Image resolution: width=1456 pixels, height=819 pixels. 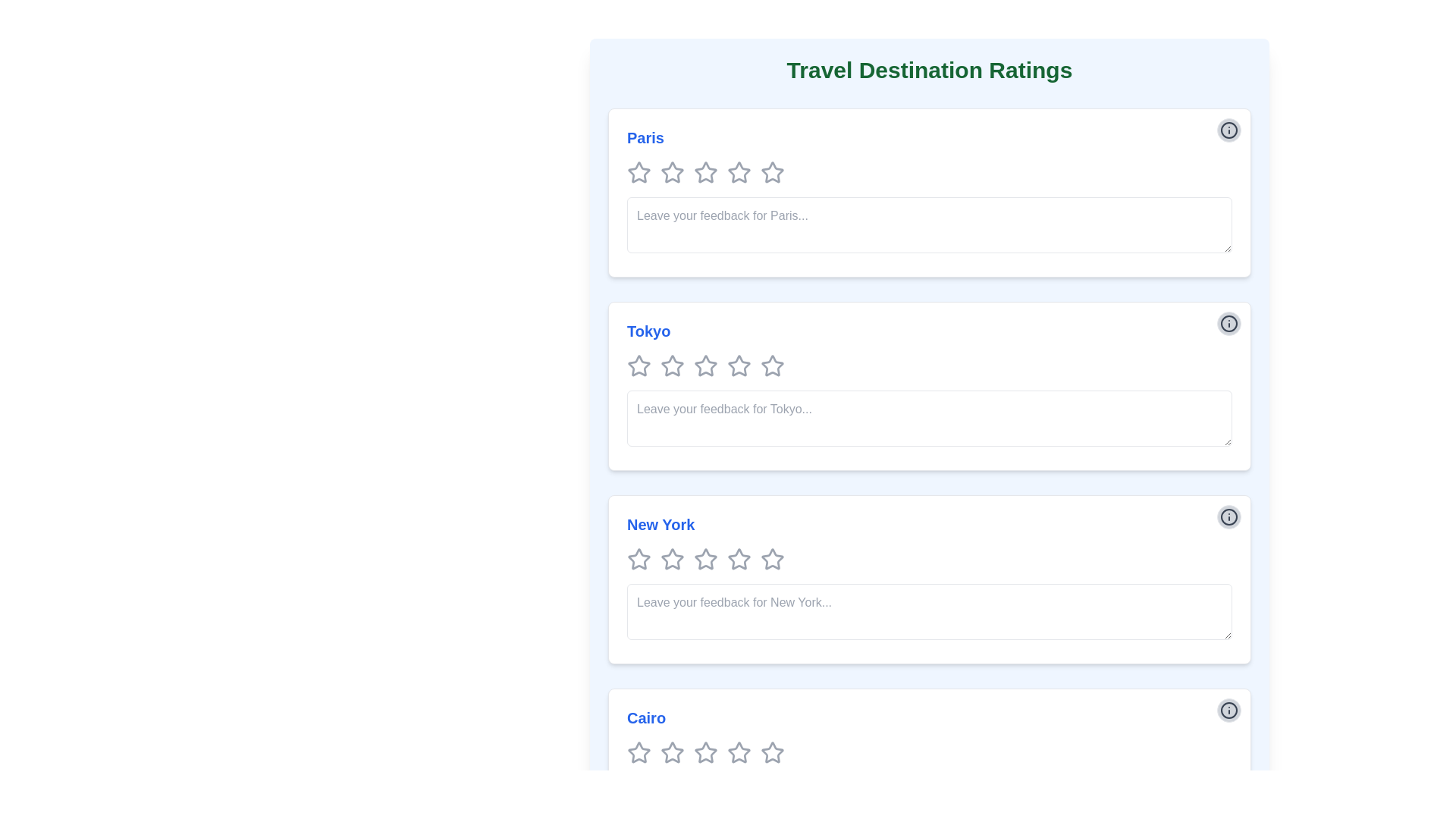 What do you see at coordinates (705, 366) in the screenshot?
I see `the second star in the rating system for 'Tokyo' to set a rating of 2` at bounding box center [705, 366].